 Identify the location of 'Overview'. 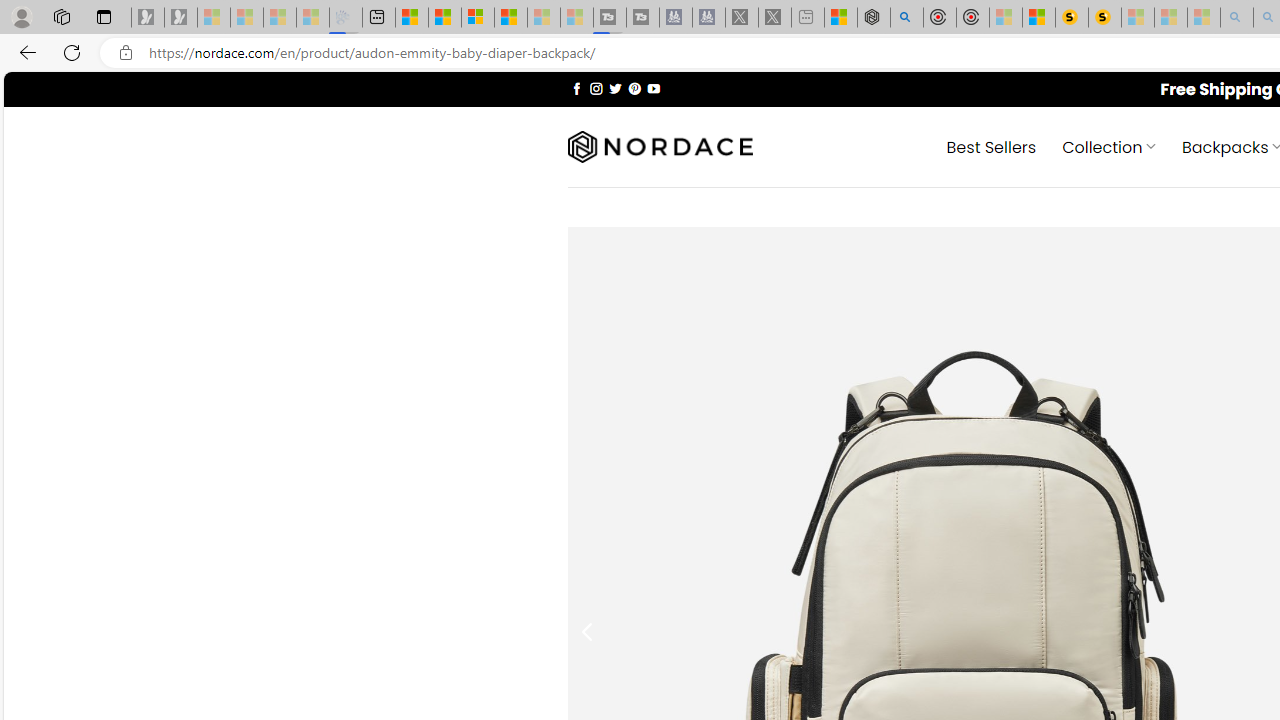
(477, 17).